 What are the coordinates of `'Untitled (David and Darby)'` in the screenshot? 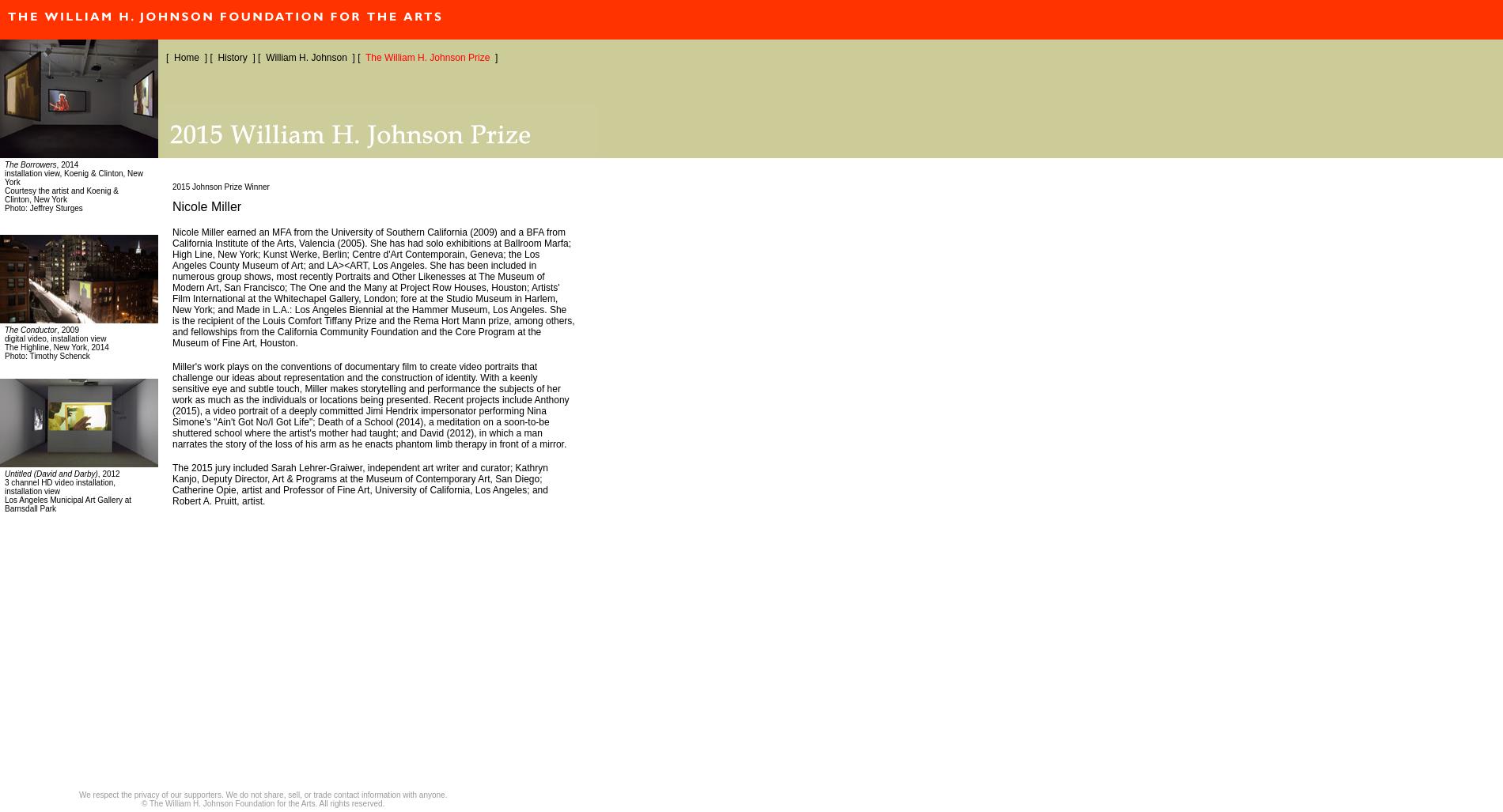 It's located at (5, 474).